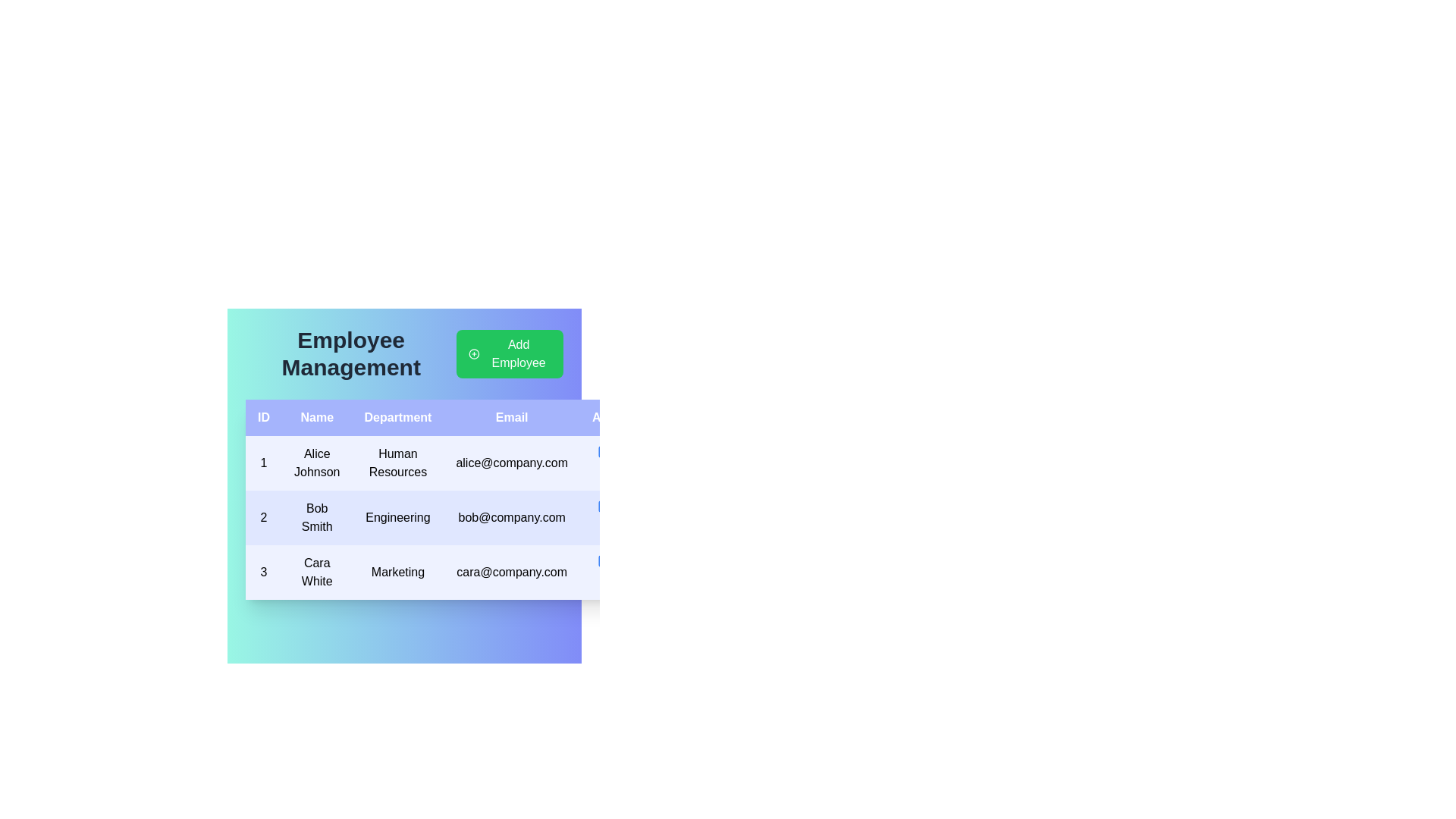 This screenshot has height=819, width=1456. I want to click on the Table Header Cell element labeled 'Name', which is the second column header in the table, with a light blue background and white text, so click(316, 418).